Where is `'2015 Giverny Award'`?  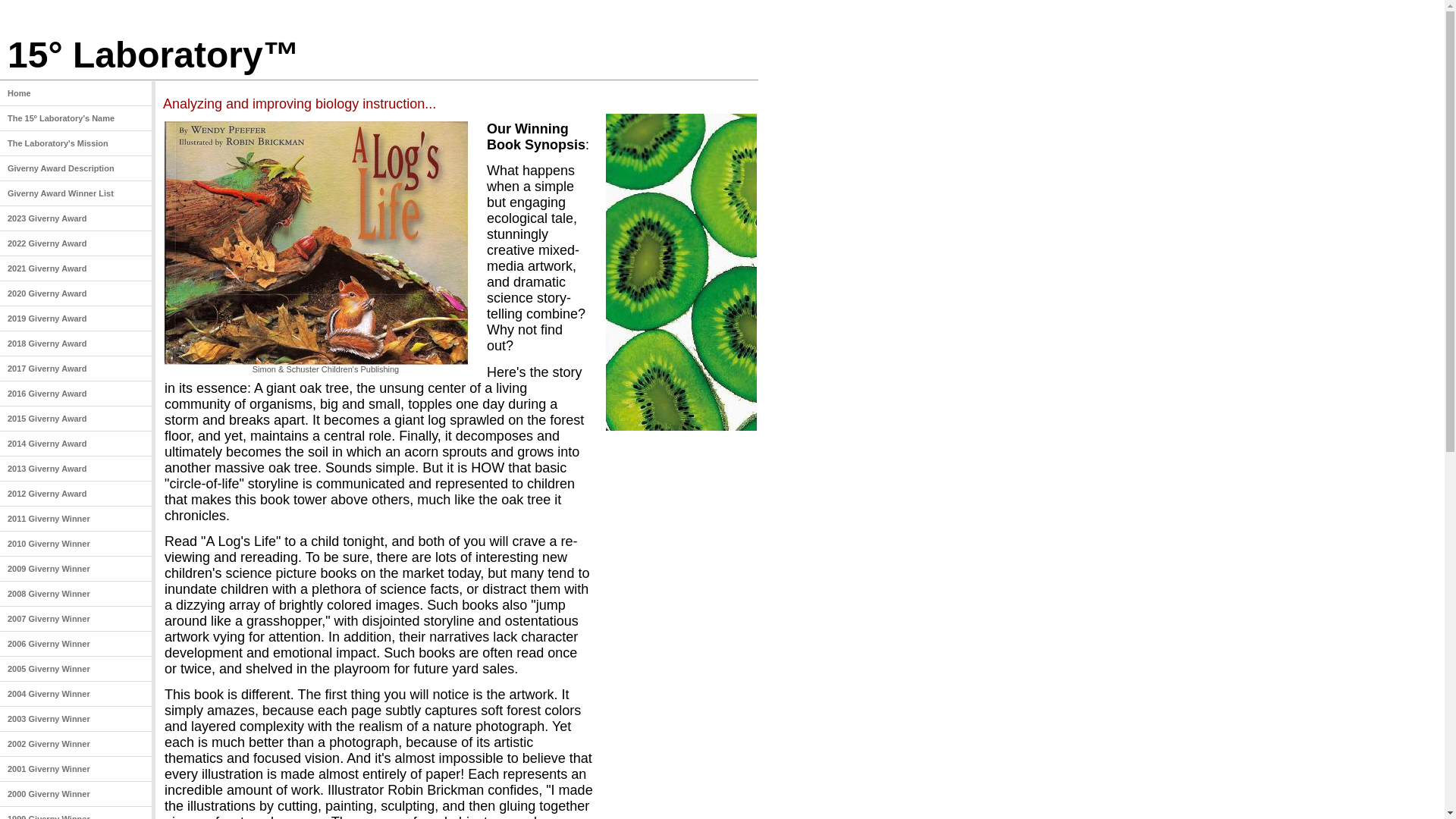
'2015 Giverny Award' is located at coordinates (75, 419).